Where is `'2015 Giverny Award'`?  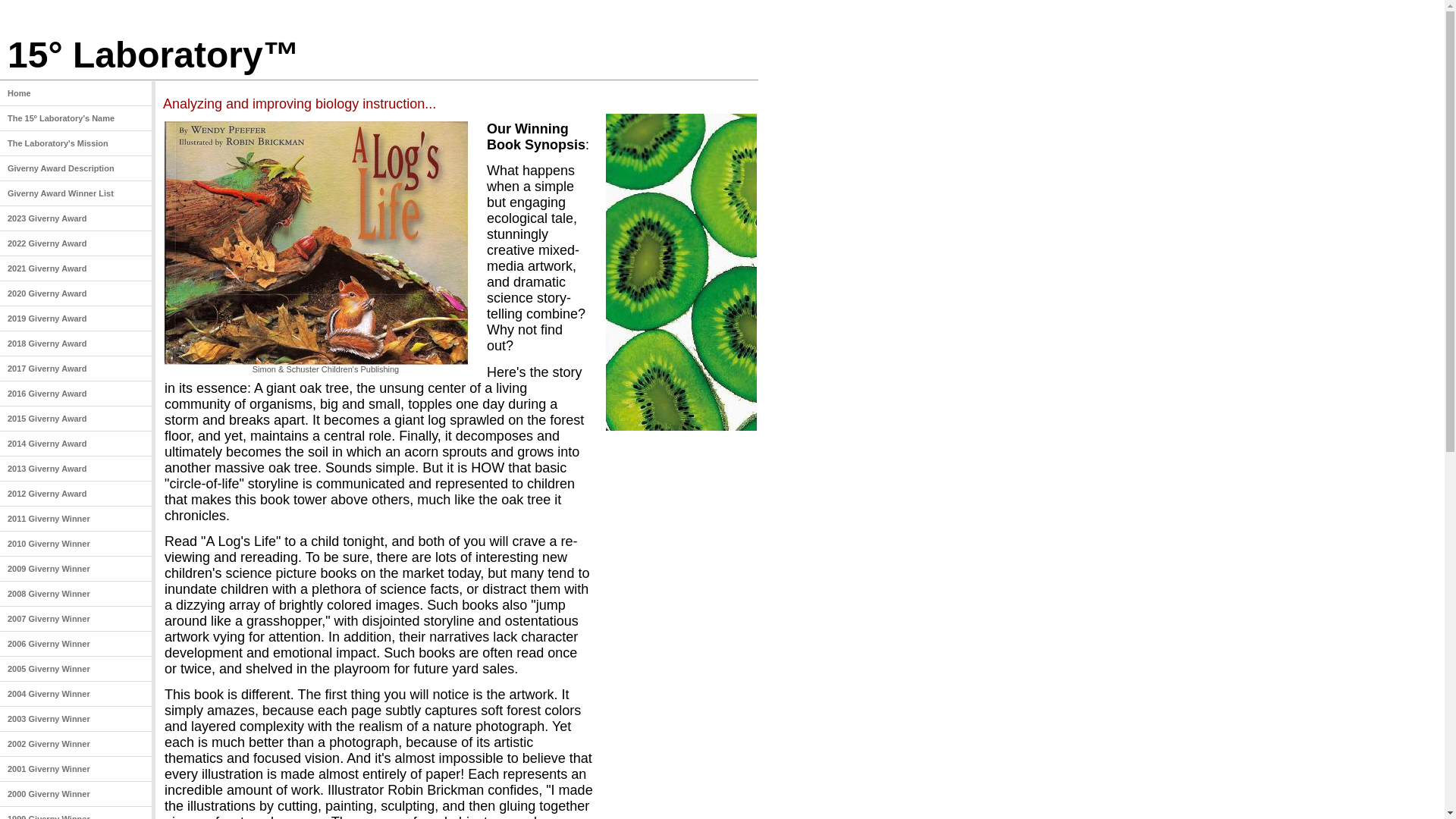
'2015 Giverny Award' is located at coordinates (75, 419).